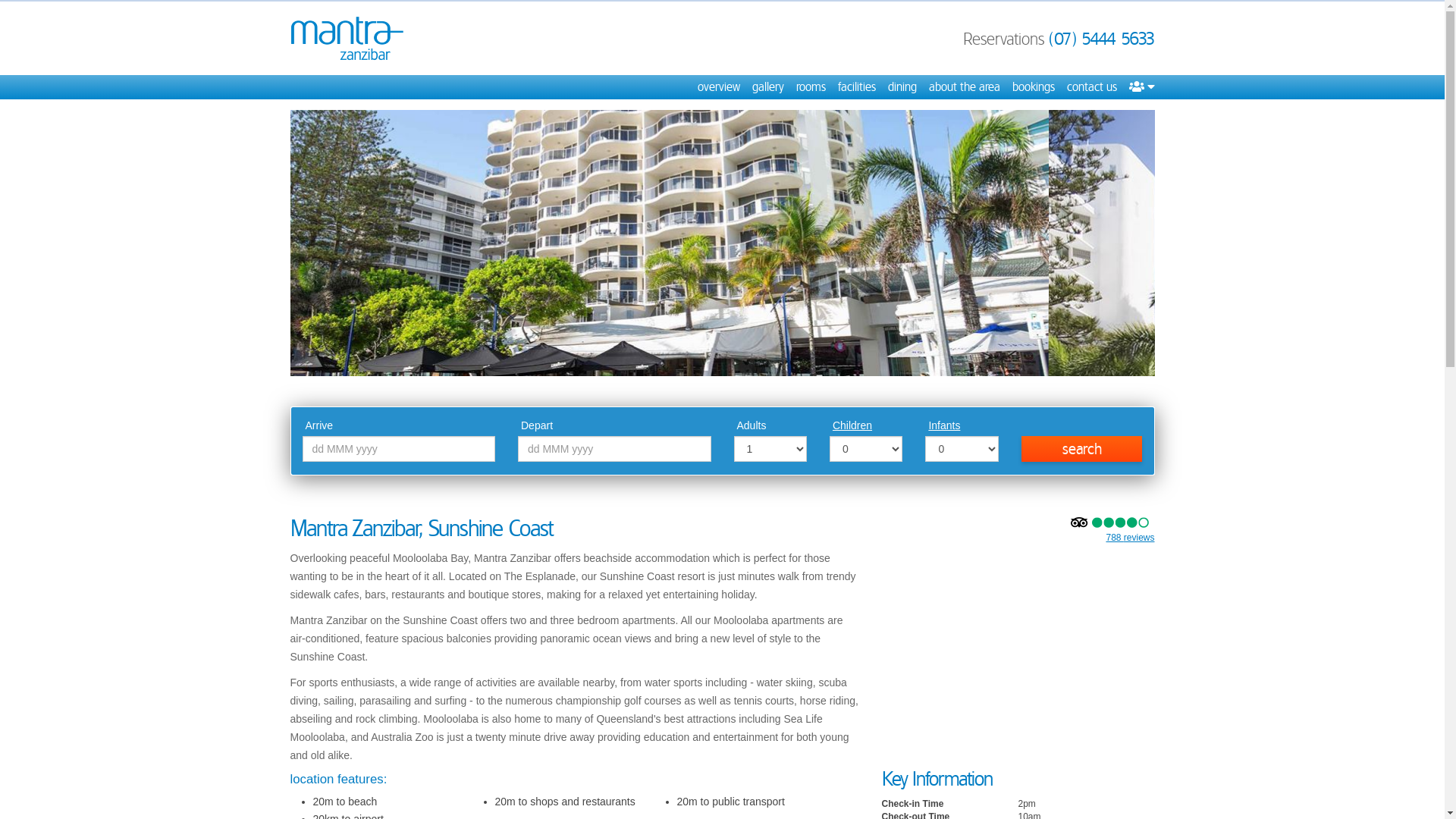 The width and height of the screenshot is (1456, 819). What do you see at coordinates (855, 87) in the screenshot?
I see `'facilities'` at bounding box center [855, 87].